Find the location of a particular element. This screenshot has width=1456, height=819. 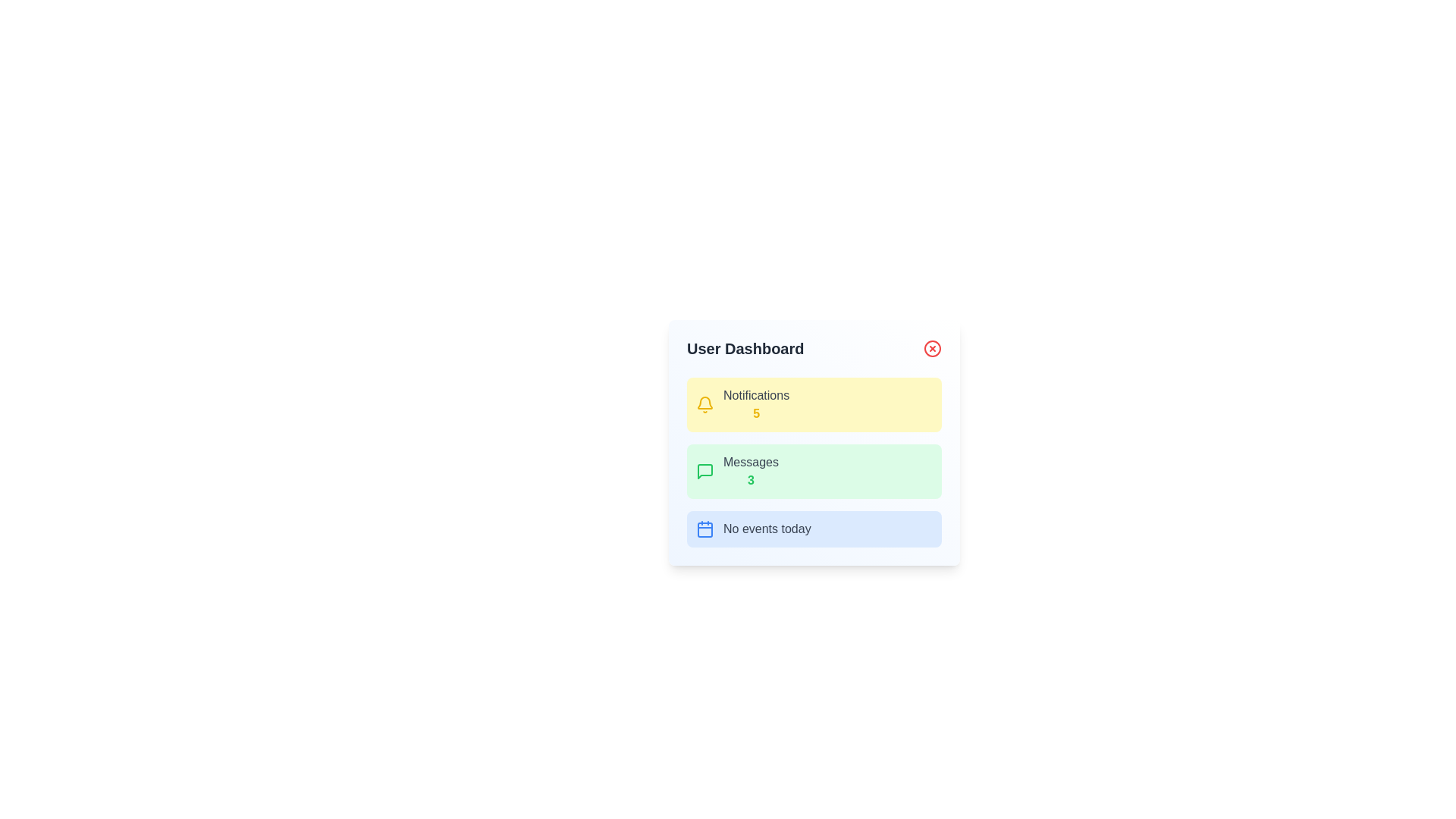

text displayed in the header labeled 'User Dashboard', which is prominently styled in bold and extra-large dark gray font, located in the upper-left area of its containing card-like structure is located at coordinates (745, 348).